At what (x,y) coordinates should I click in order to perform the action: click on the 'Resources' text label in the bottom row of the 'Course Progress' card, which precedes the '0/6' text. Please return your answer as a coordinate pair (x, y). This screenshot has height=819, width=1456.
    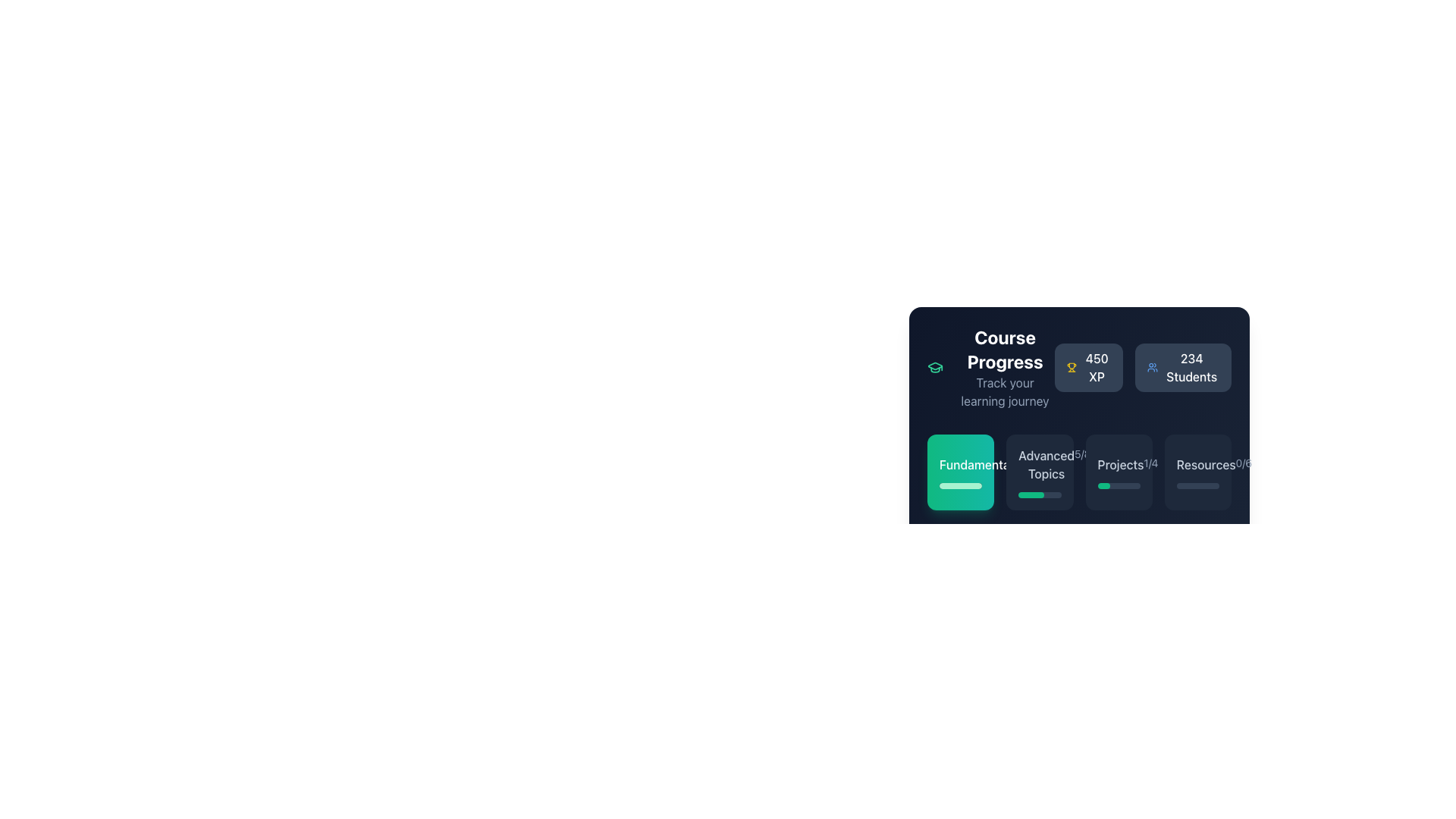
    Looking at the image, I should click on (1205, 464).